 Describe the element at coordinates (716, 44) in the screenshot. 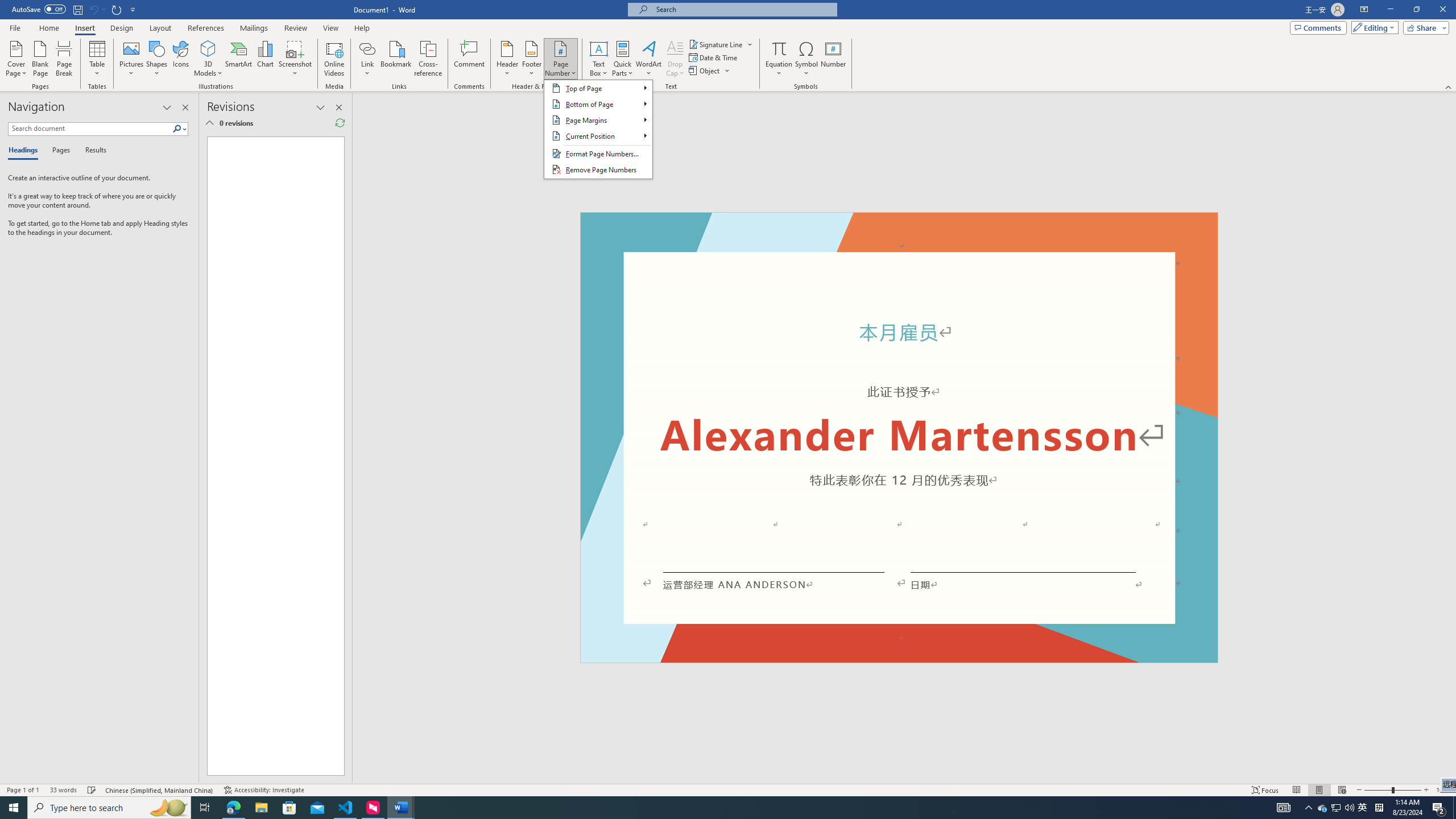

I see `'Signature Line'` at that location.